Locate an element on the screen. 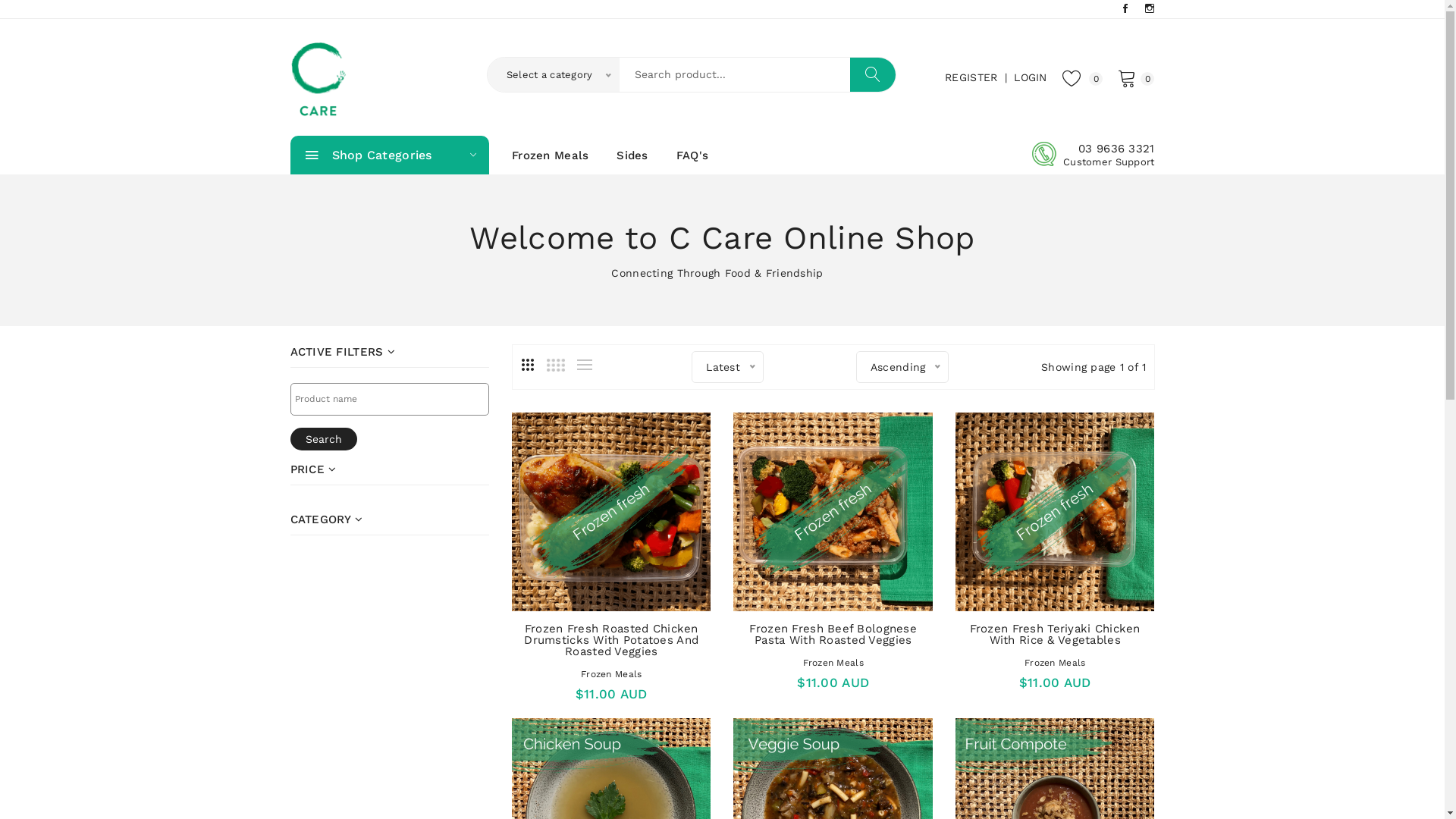 This screenshot has width=1456, height=819. 'Search' is located at coordinates (322, 438).